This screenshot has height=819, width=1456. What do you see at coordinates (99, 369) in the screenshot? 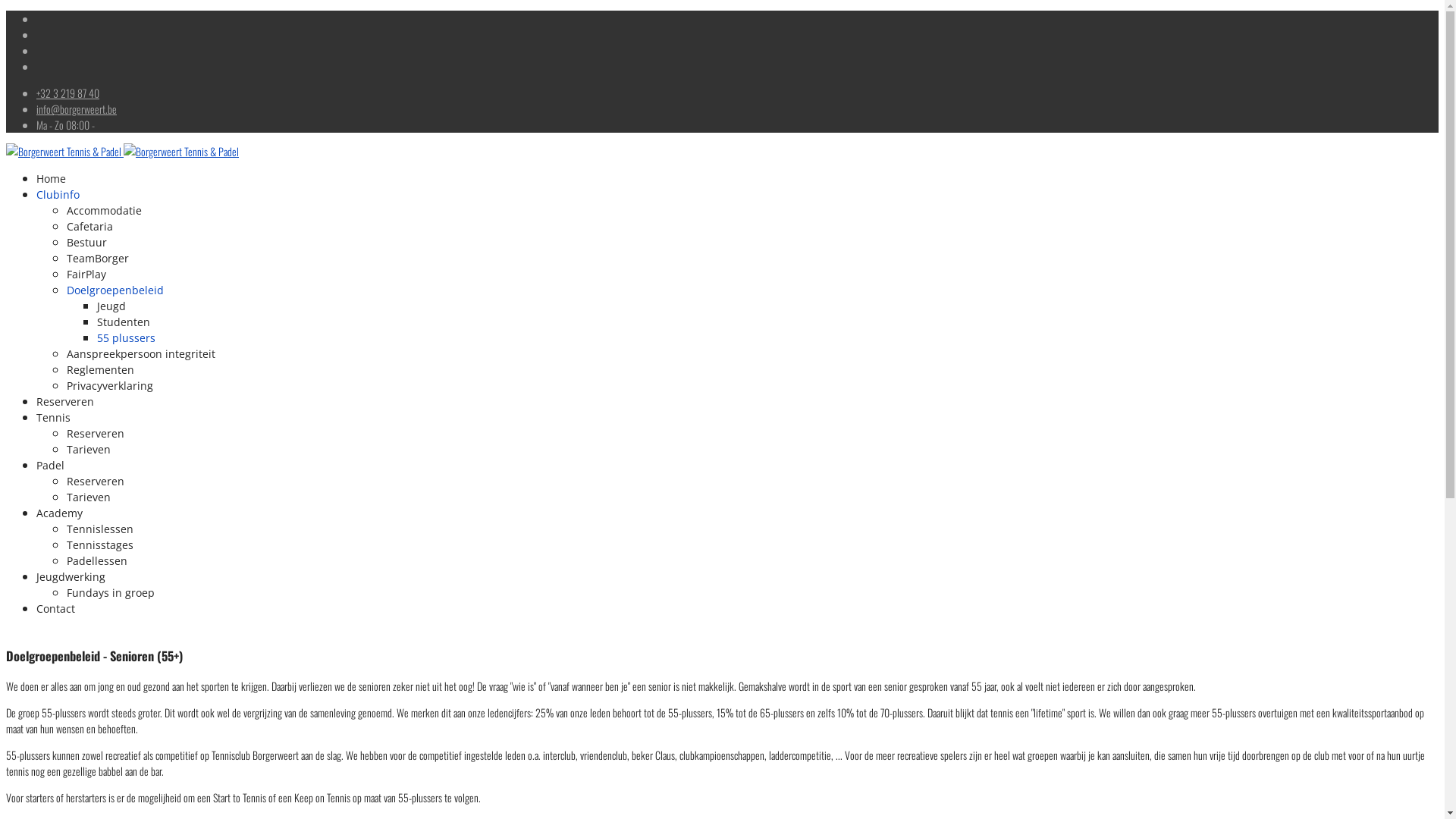
I see `'Reglementen'` at bounding box center [99, 369].